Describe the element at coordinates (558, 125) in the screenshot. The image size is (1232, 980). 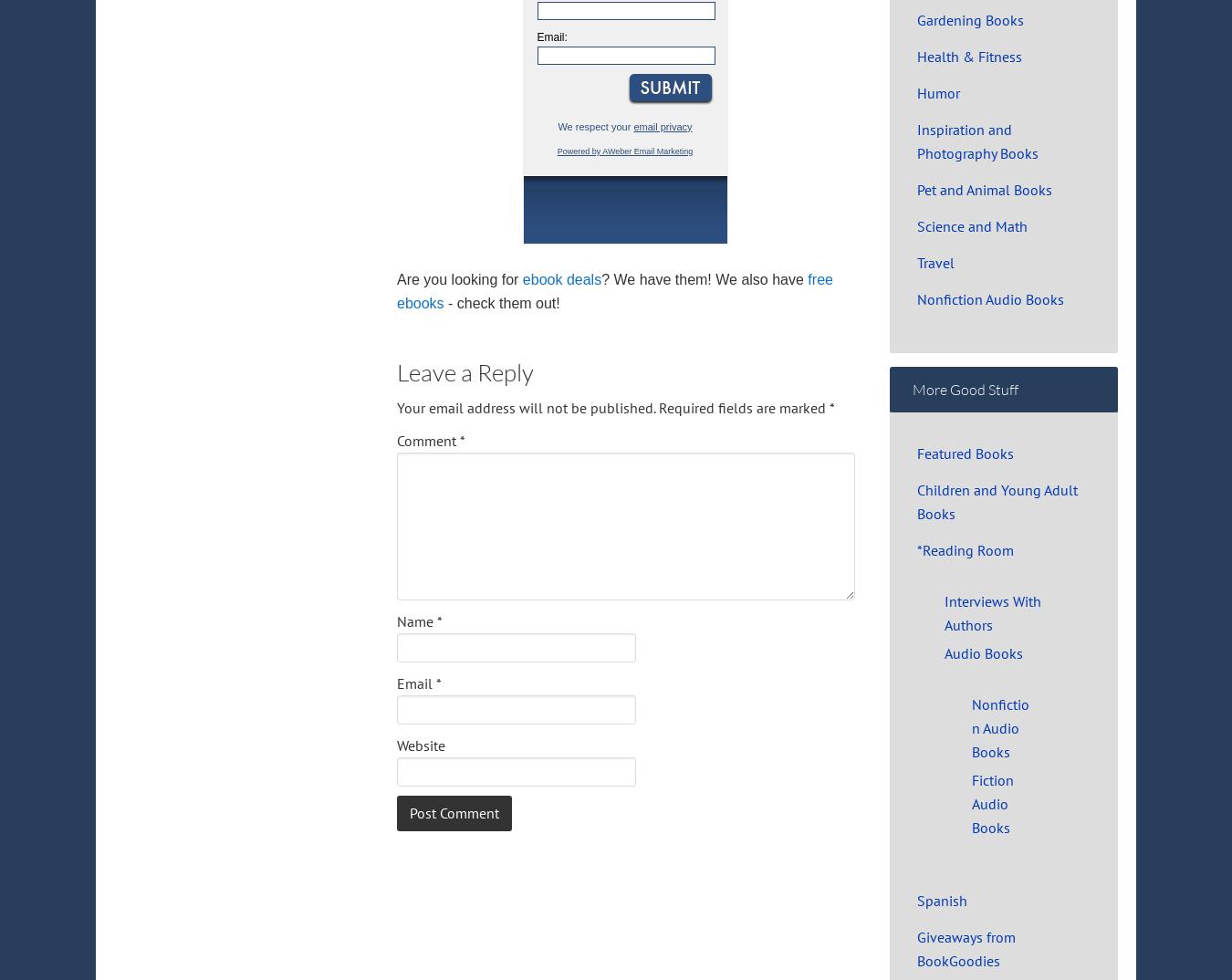
I see `'We respect your'` at that location.